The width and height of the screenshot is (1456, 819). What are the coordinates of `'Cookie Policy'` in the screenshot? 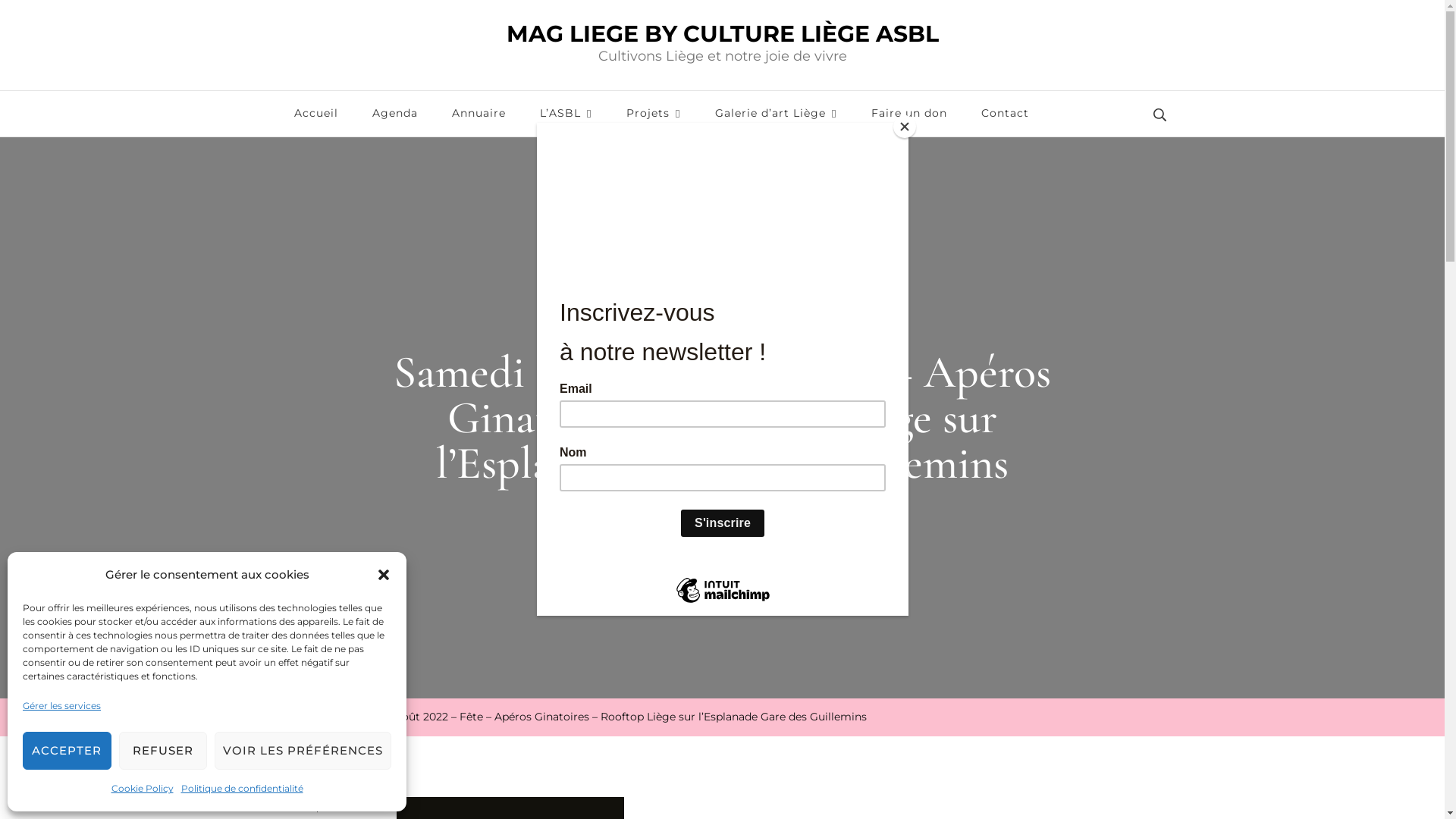 It's located at (142, 788).